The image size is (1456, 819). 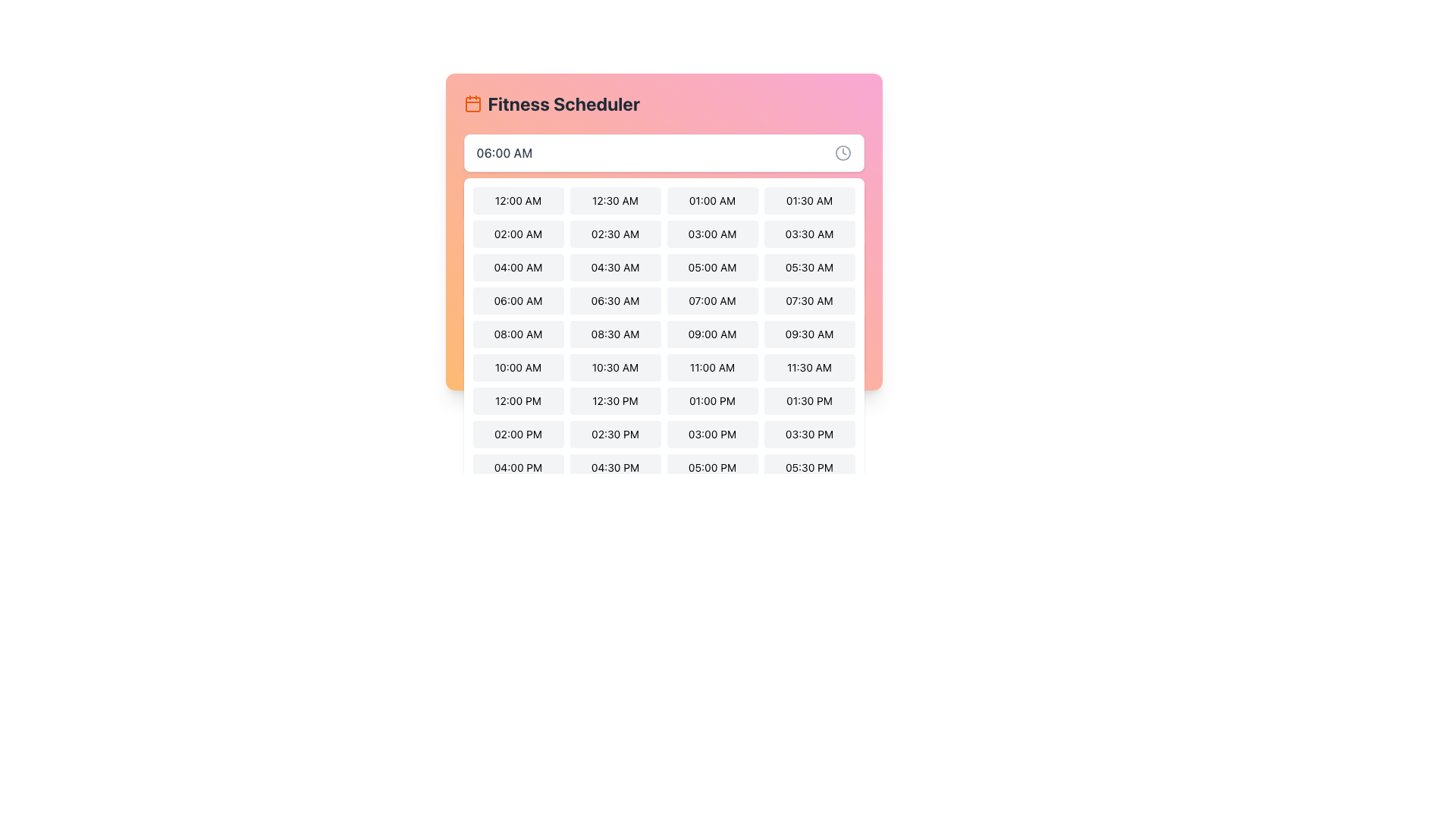 What do you see at coordinates (711, 234) in the screenshot?
I see `the button displaying '03:00 AM'` at bounding box center [711, 234].